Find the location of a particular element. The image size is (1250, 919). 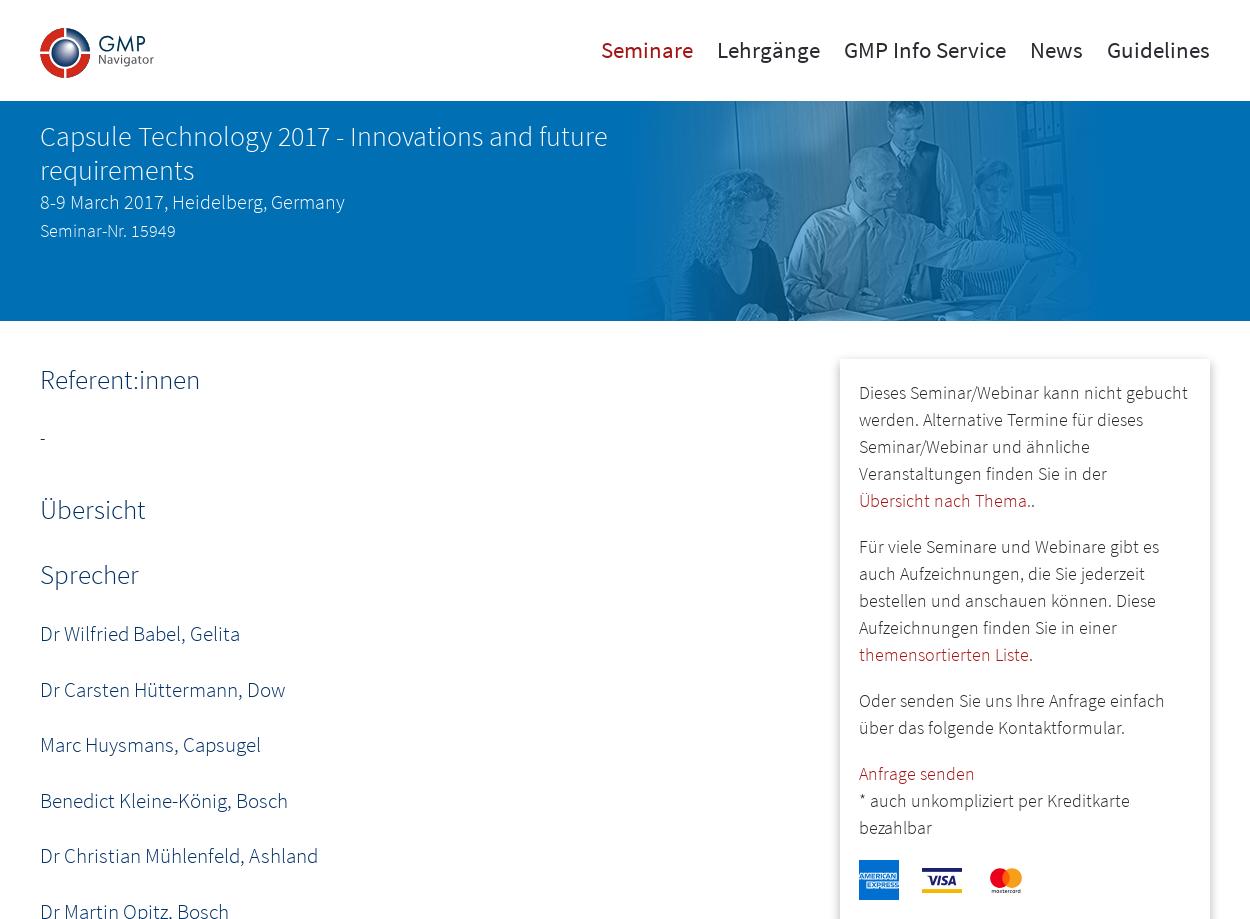

'Anfrage senden' is located at coordinates (858, 773).